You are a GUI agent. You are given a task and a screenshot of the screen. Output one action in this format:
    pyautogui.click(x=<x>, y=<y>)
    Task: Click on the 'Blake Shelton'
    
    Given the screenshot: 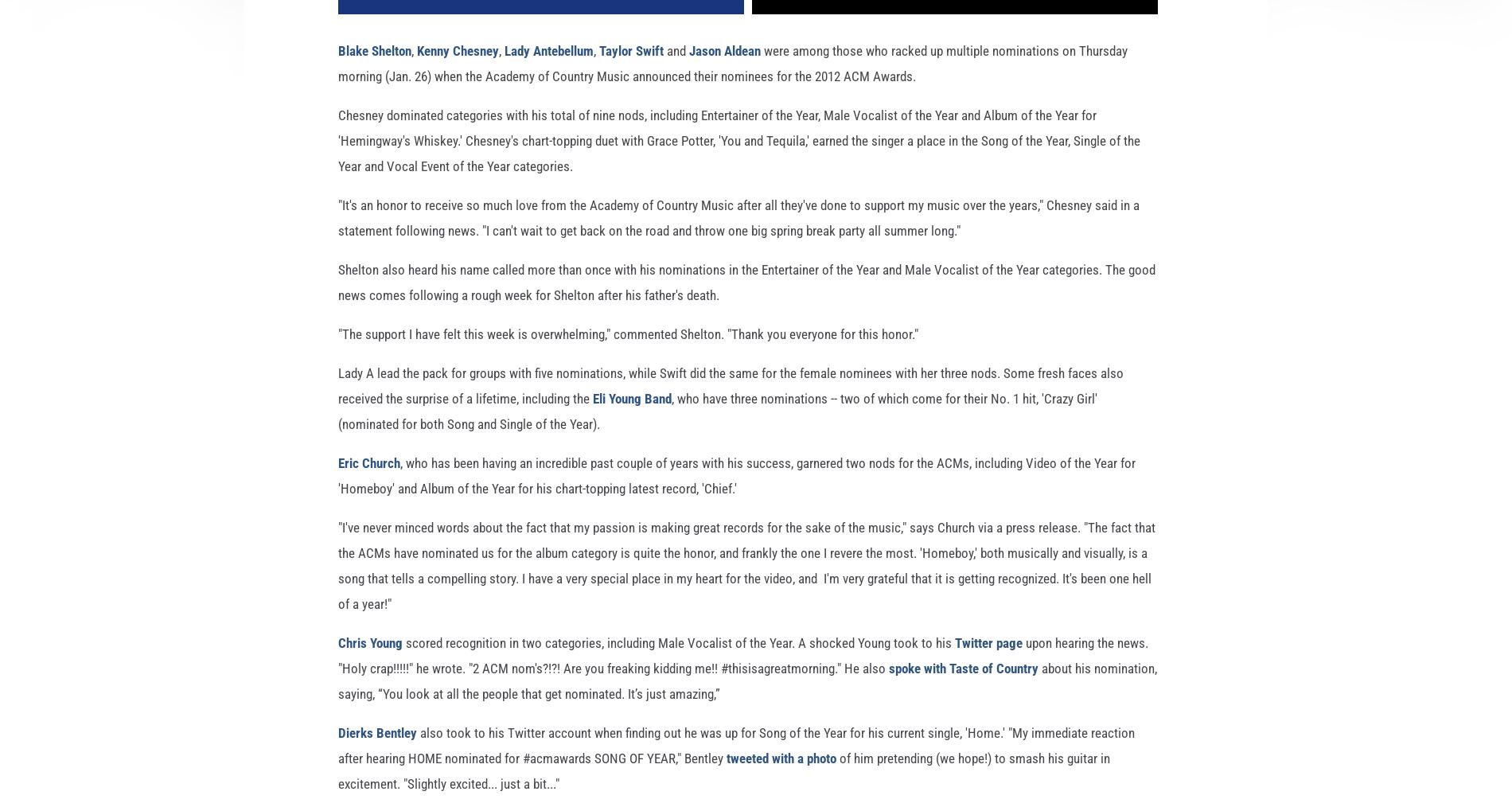 What is the action you would take?
    pyautogui.click(x=374, y=75)
    